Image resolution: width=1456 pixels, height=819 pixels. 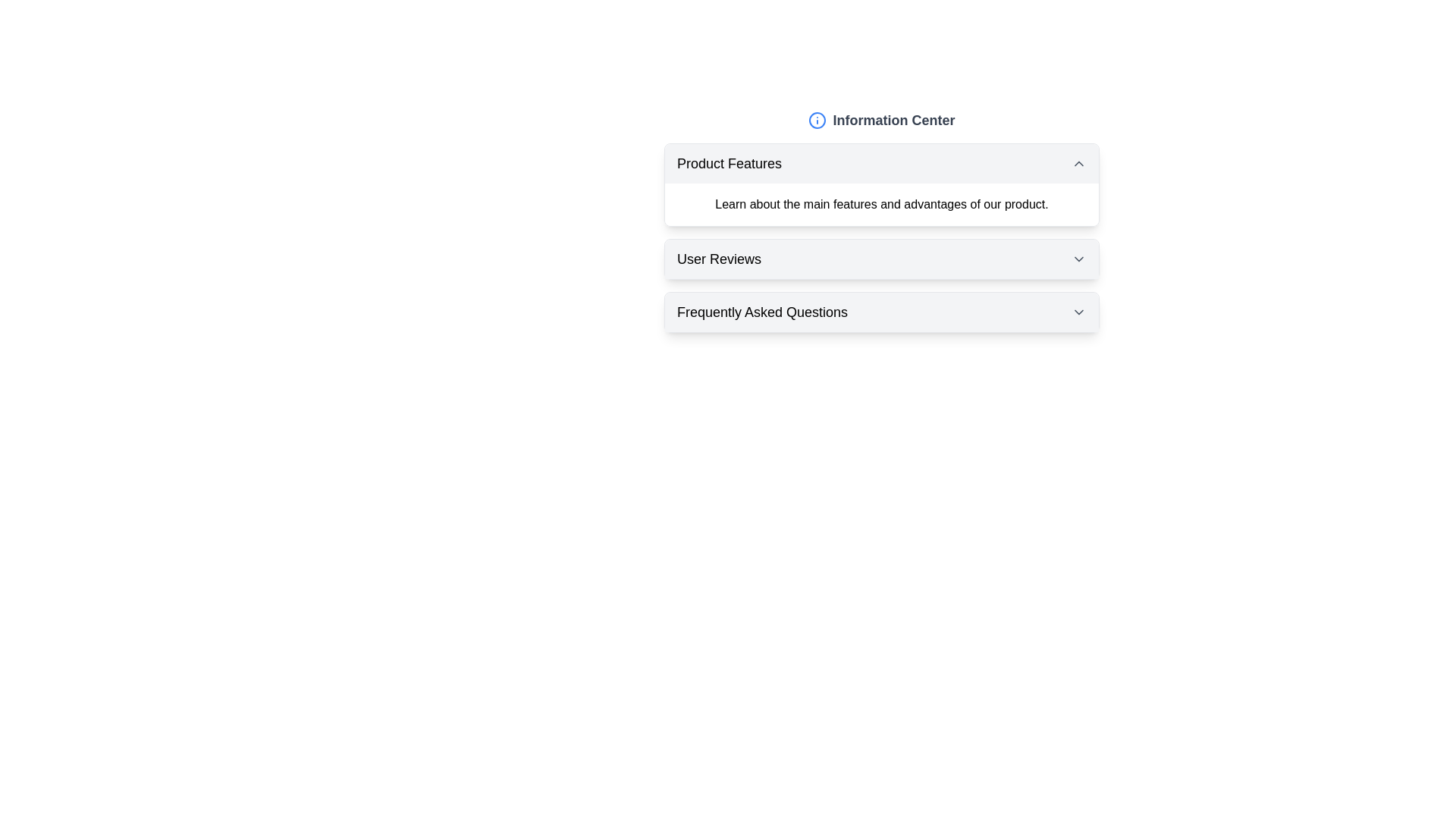 What do you see at coordinates (1078, 312) in the screenshot?
I see `the Toggle Icon located at the far right of the Frequently Asked Questions section's title bar` at bounding box center [1078, 312].